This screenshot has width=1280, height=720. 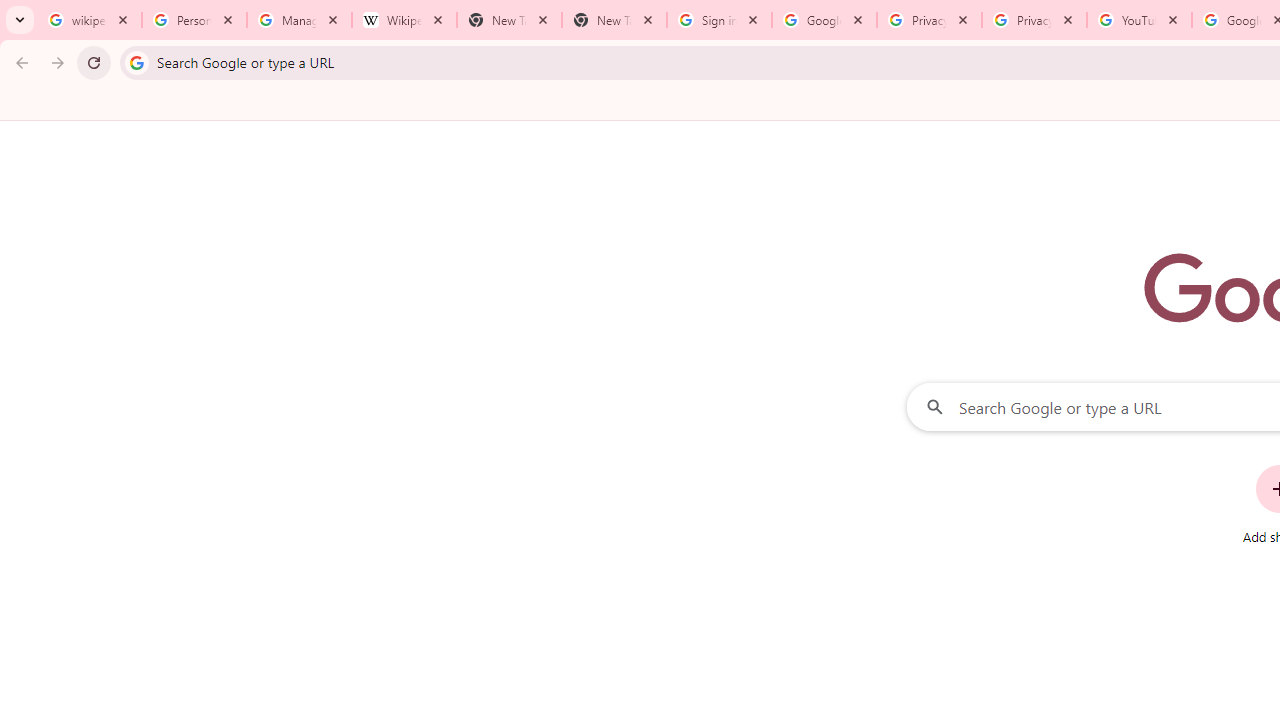 I want to click on 'YouTube', so click(x=1139, y=20).